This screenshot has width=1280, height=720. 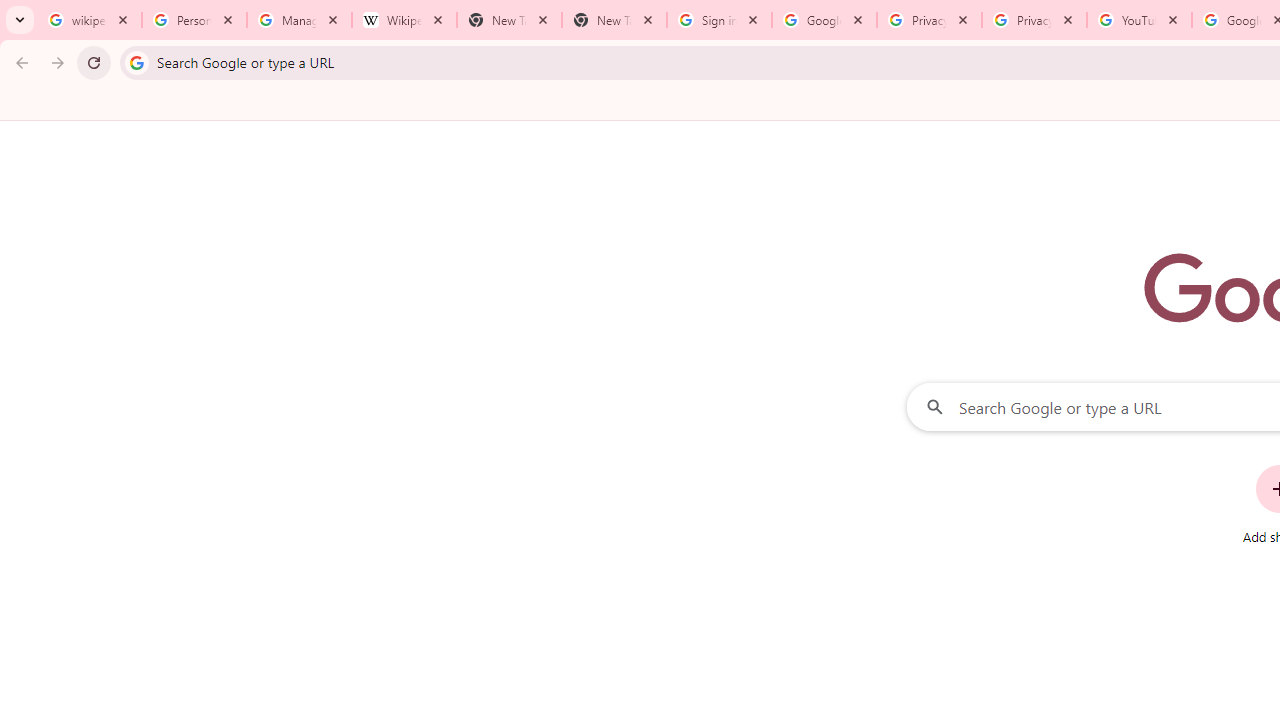 I want to click on 'YouTube', so click(x=1139, y=20).